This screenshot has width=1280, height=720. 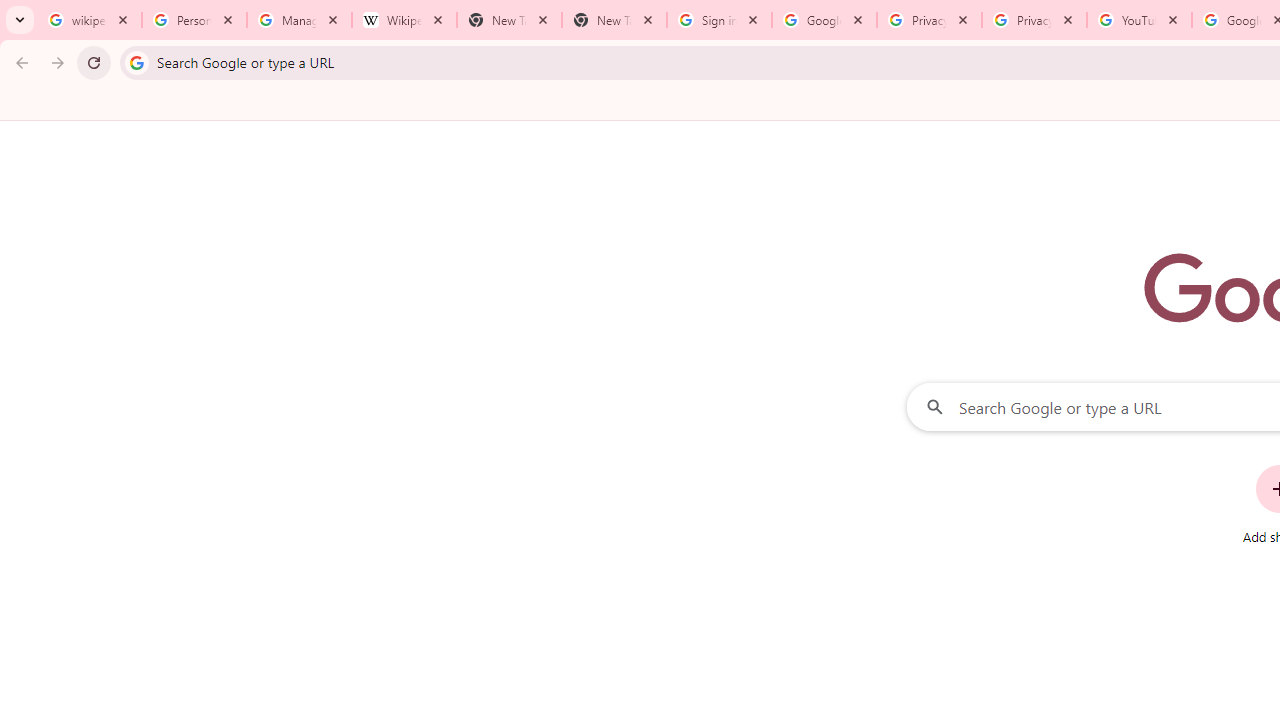 I want to click on 'YouTube', so click(x=1139, y=20).